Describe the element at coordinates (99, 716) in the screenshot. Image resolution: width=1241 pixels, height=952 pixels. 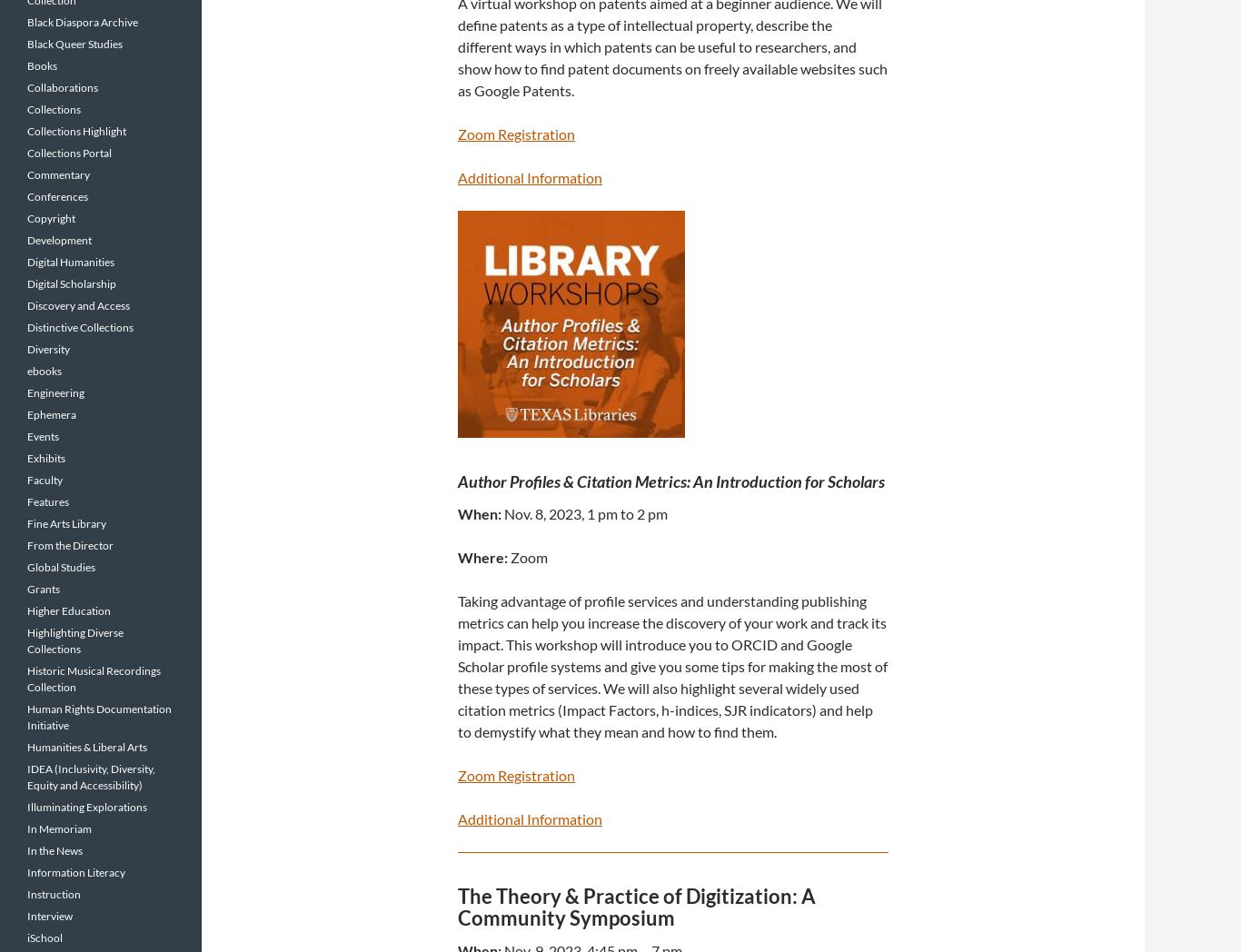
I see `'Human Rights Documentation Initiative'` at that location.